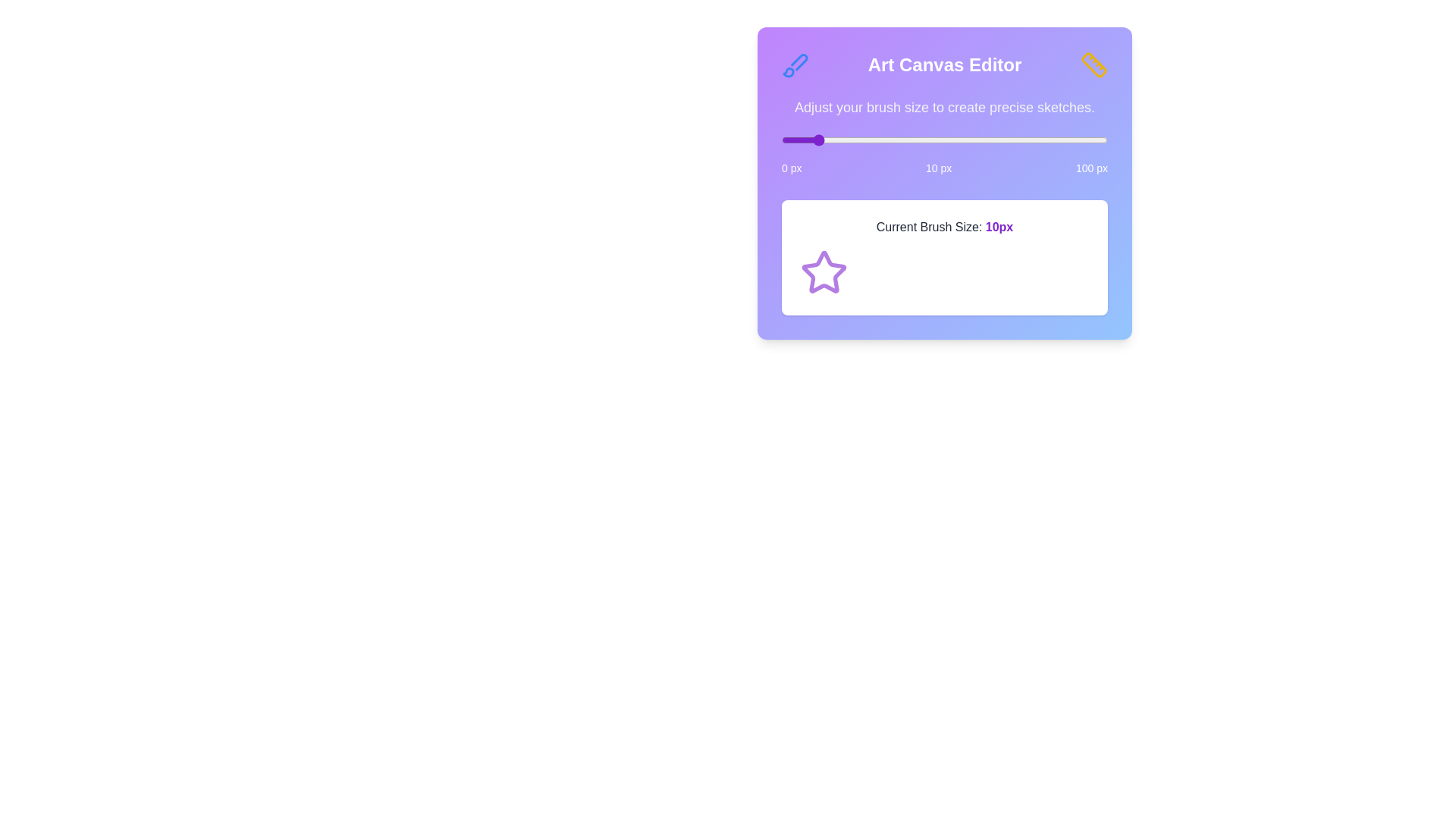  I want to click on the brush size slider to 72 px, so click(1016, 140).